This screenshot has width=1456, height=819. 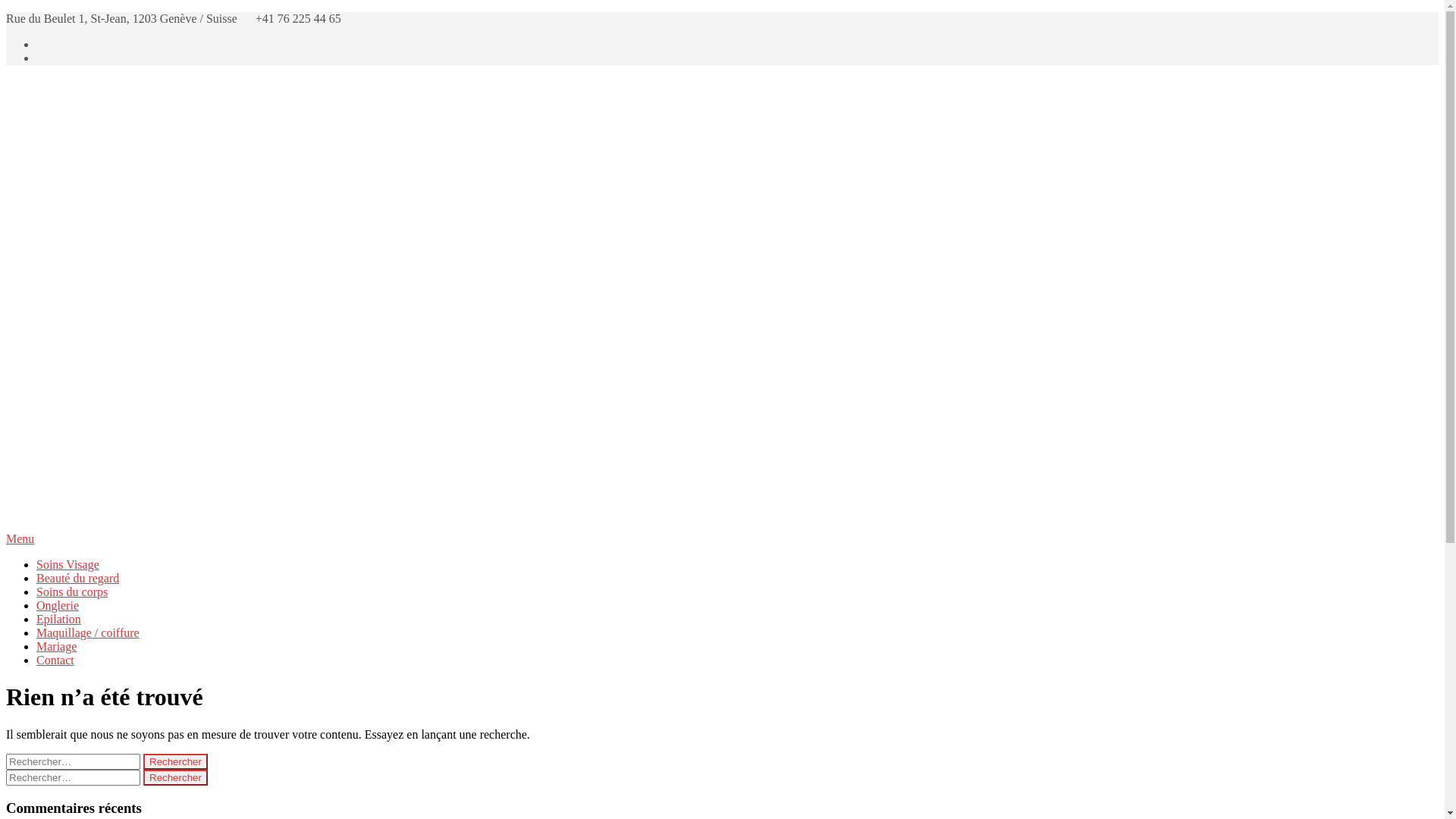 I want to click on 'Rechercher', so click(x=175, y=761).